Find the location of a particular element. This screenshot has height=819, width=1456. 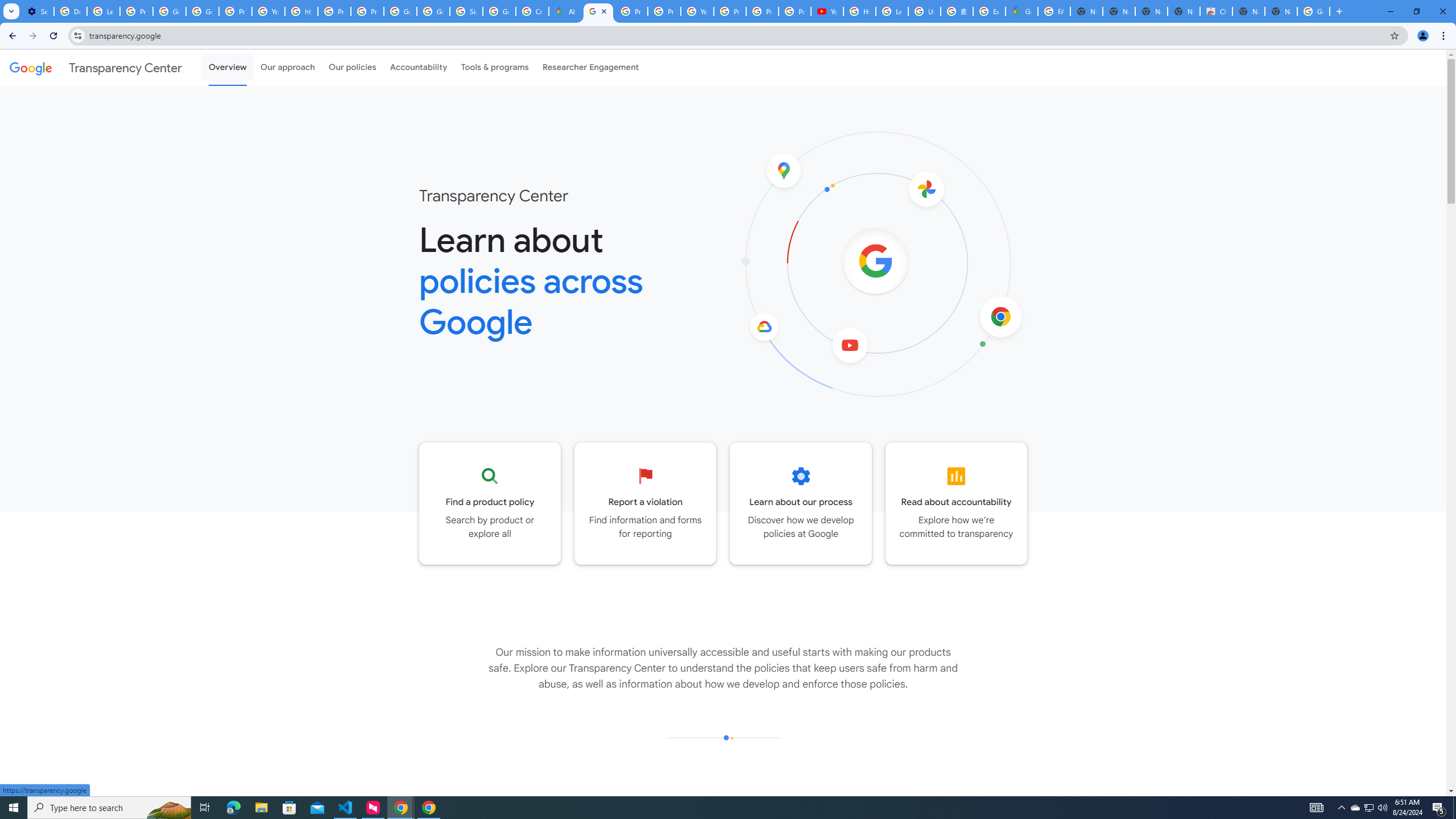

'Google Account Help' is located at coordinates (169, 11).